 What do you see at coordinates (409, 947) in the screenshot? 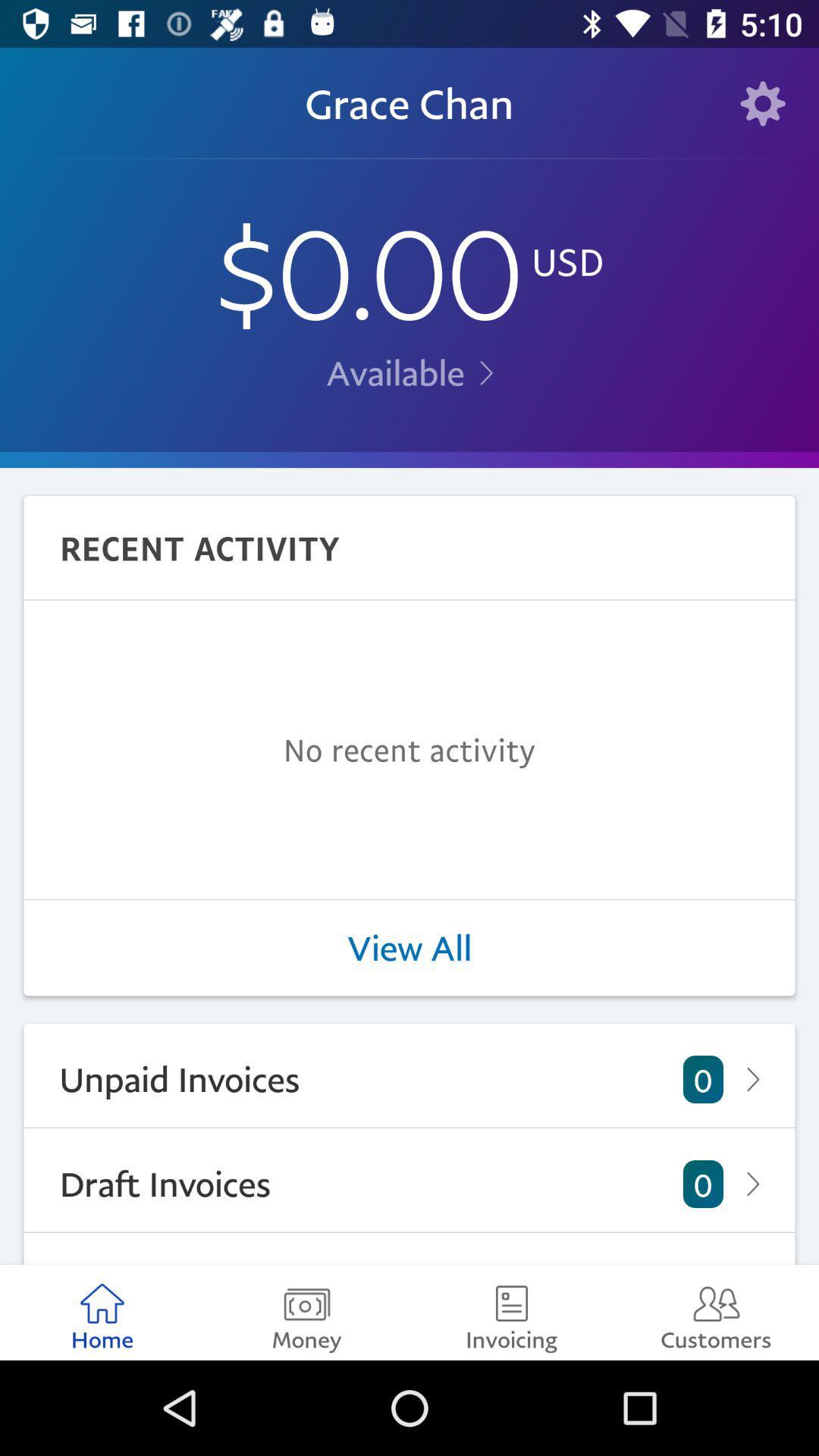
I see `view all icon` at bounding box center [409, 947].